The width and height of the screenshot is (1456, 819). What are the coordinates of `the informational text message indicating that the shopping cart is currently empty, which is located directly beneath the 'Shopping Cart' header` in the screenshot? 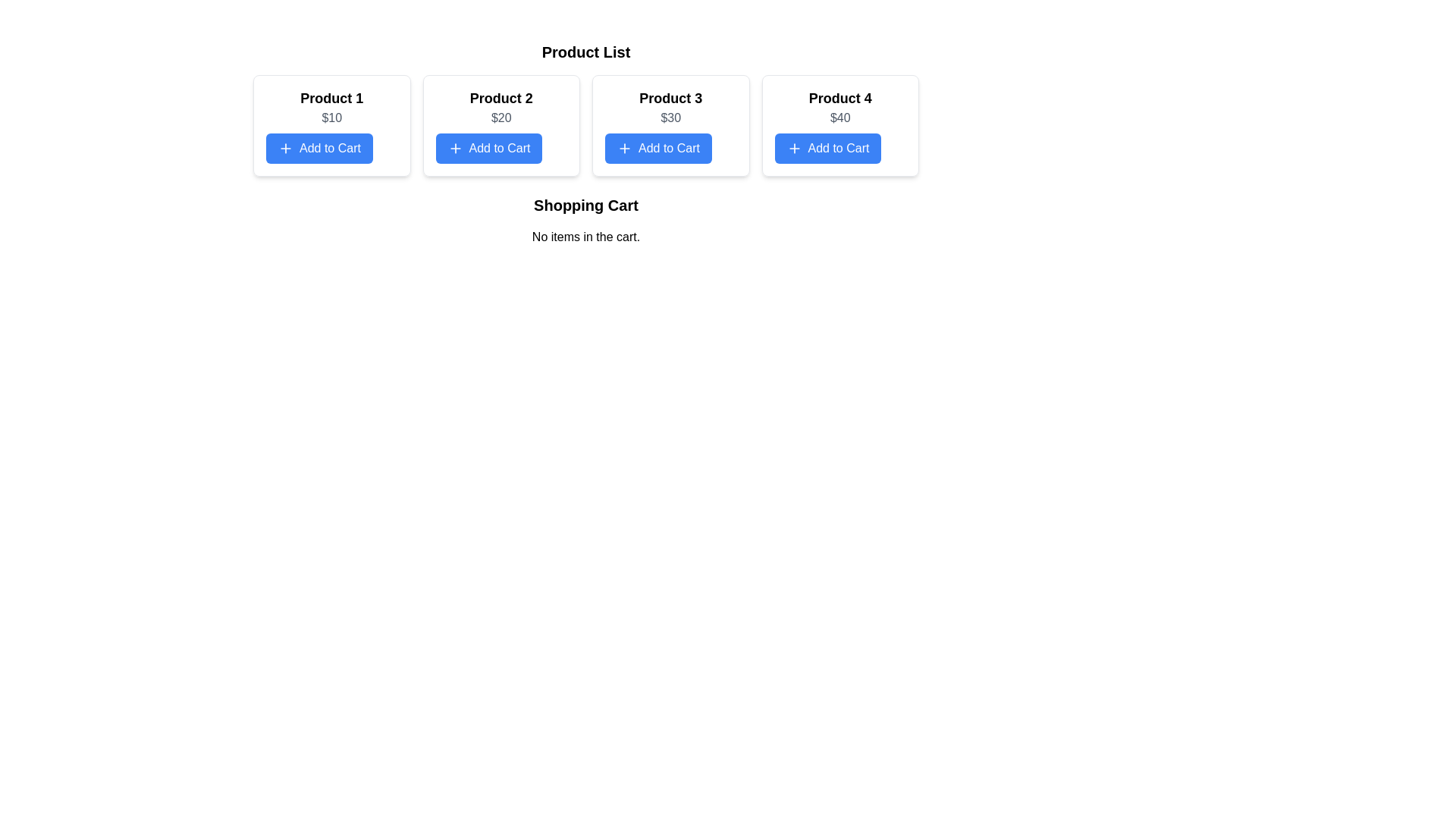 It's located at (585, 237).